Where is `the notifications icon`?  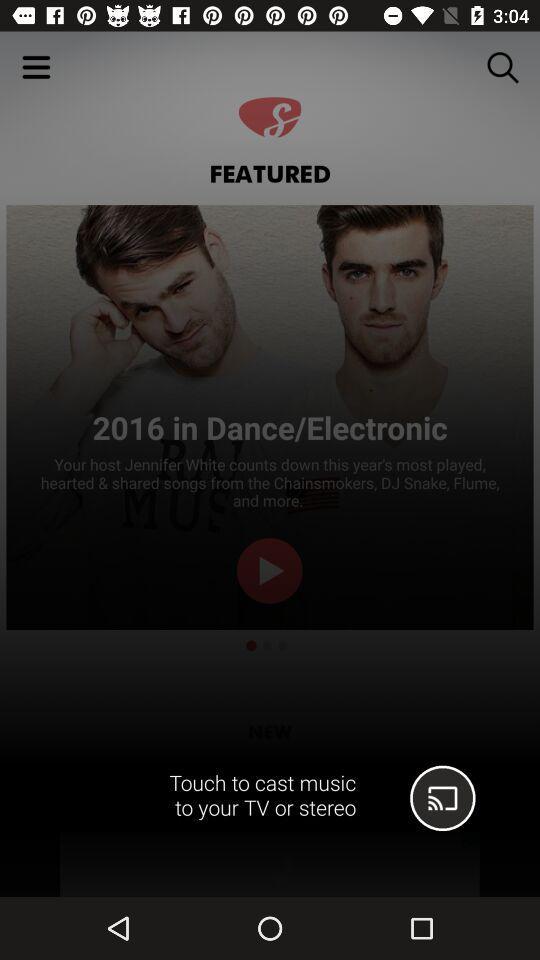
the notifications icon is located at coordinates (507, 798).